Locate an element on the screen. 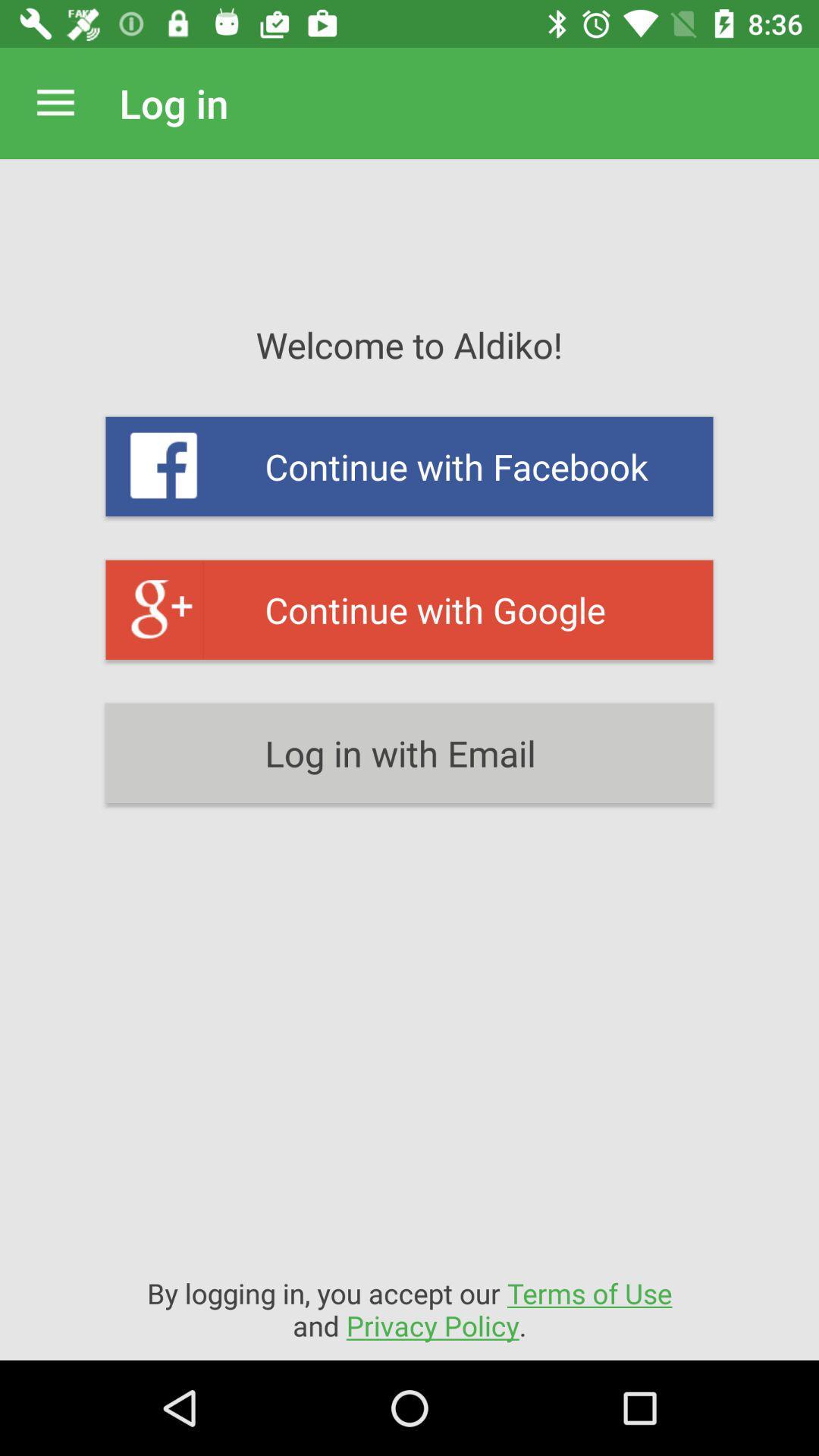 The image size is (819, 1456). the by logging in icon is located at coordinates (409, 1308).